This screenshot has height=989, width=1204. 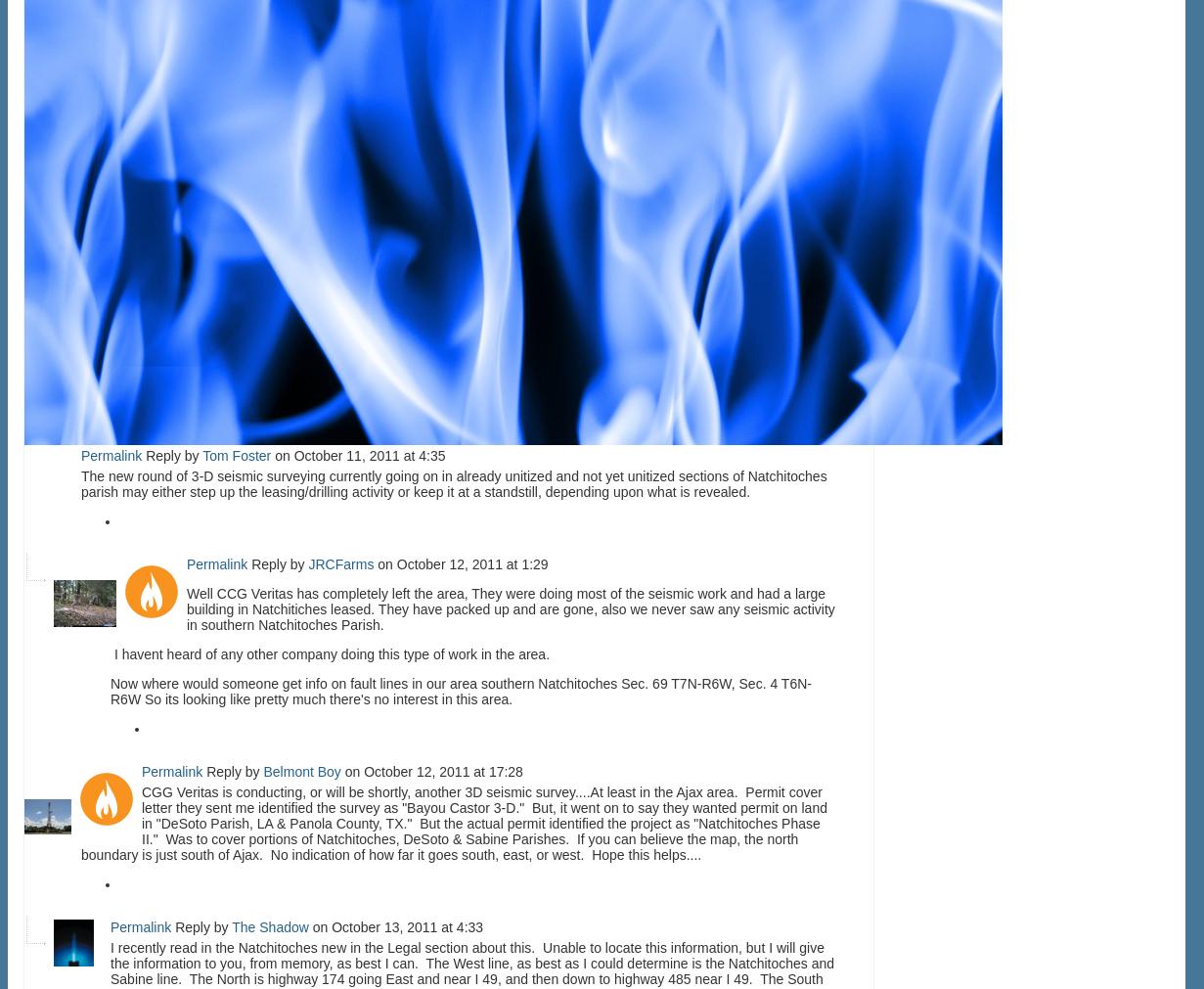 I want to click on 'I havent heard of any other company doing this type of work in the area.', so click(x=330, y=653).